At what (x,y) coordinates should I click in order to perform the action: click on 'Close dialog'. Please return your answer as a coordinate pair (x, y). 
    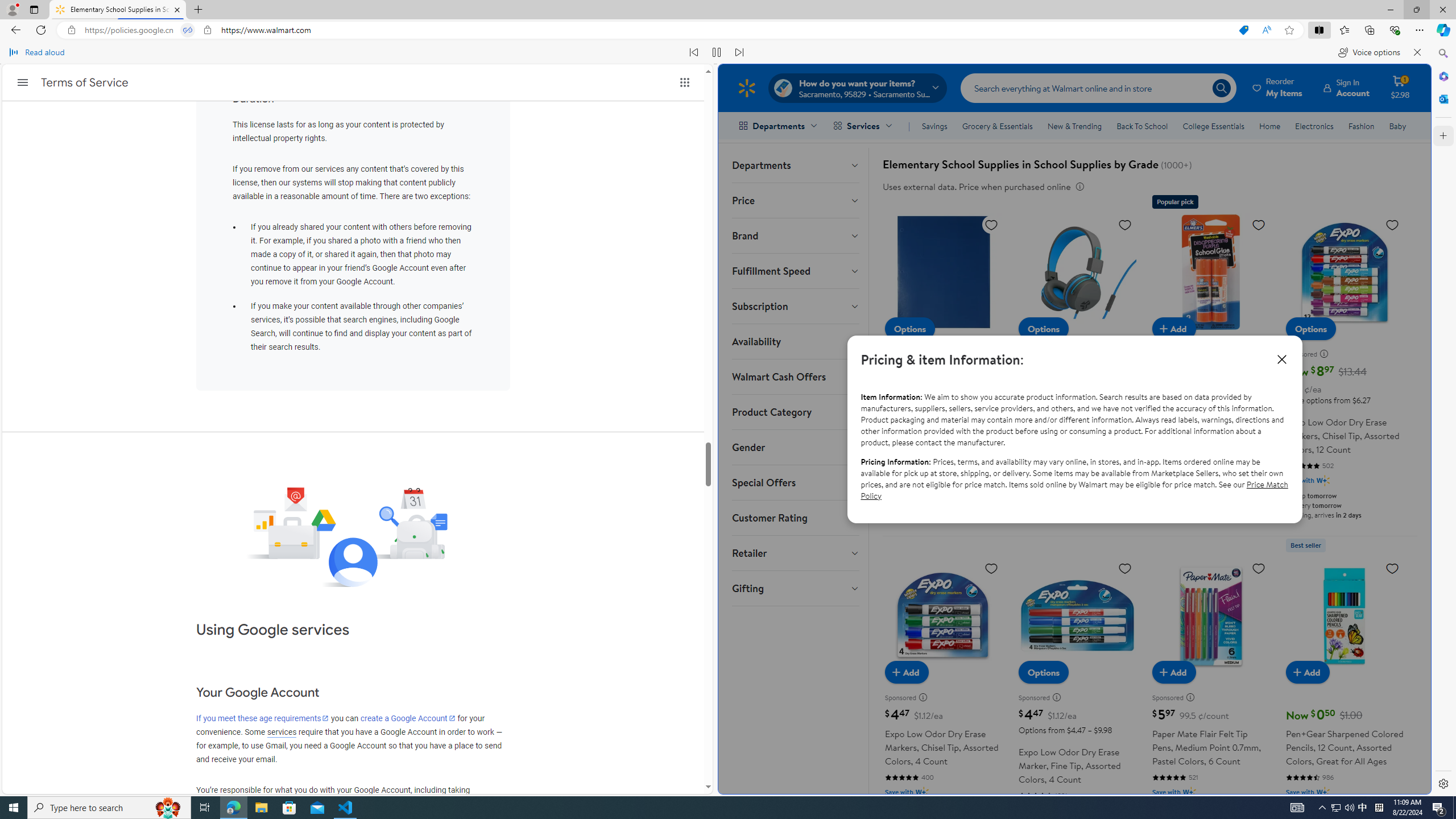
    Looking at the image, I should click on (1280, 359).